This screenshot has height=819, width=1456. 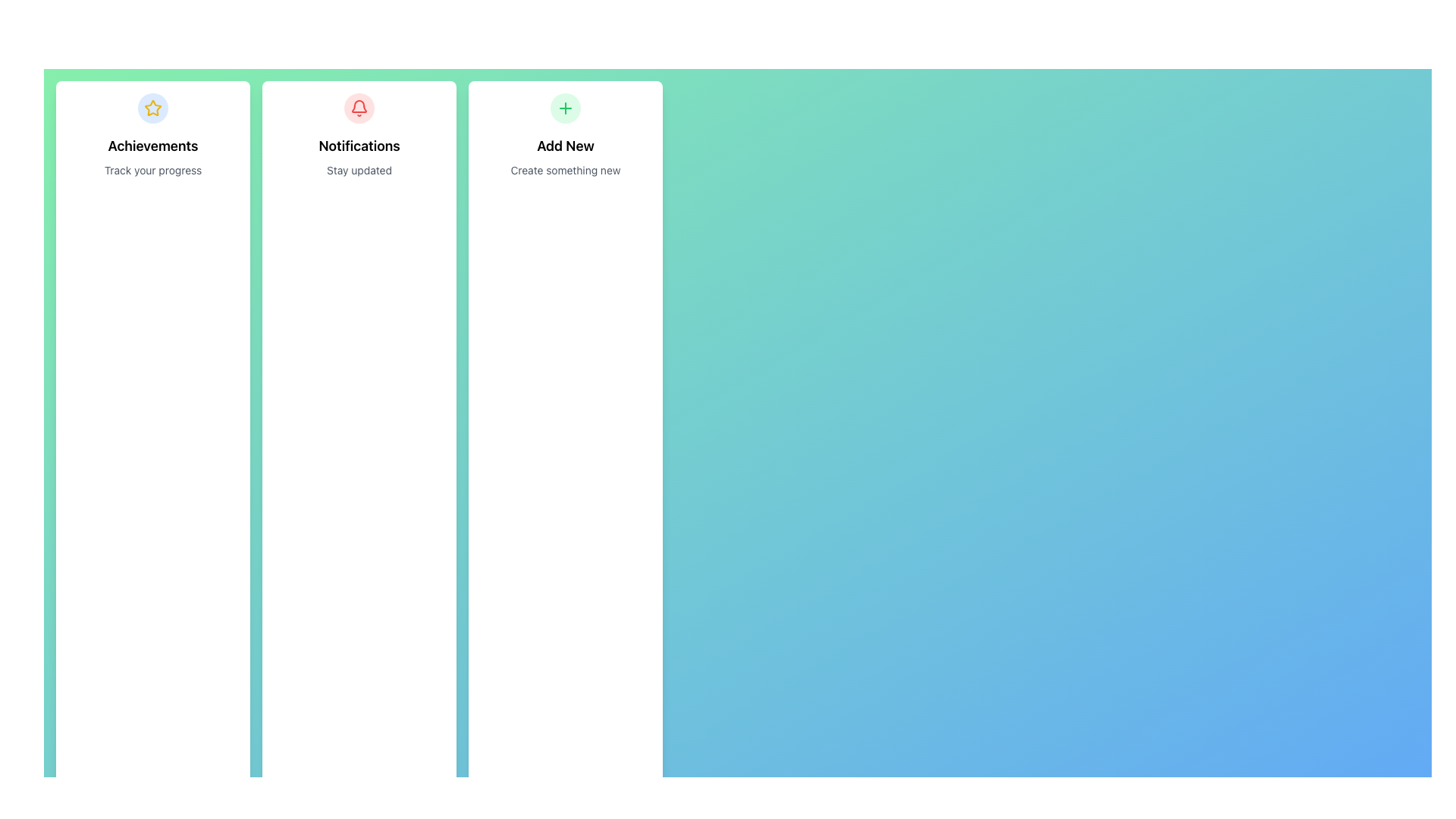 I want to click on the circular red bell icon for notifications, which is, so click(x=359, y=107).